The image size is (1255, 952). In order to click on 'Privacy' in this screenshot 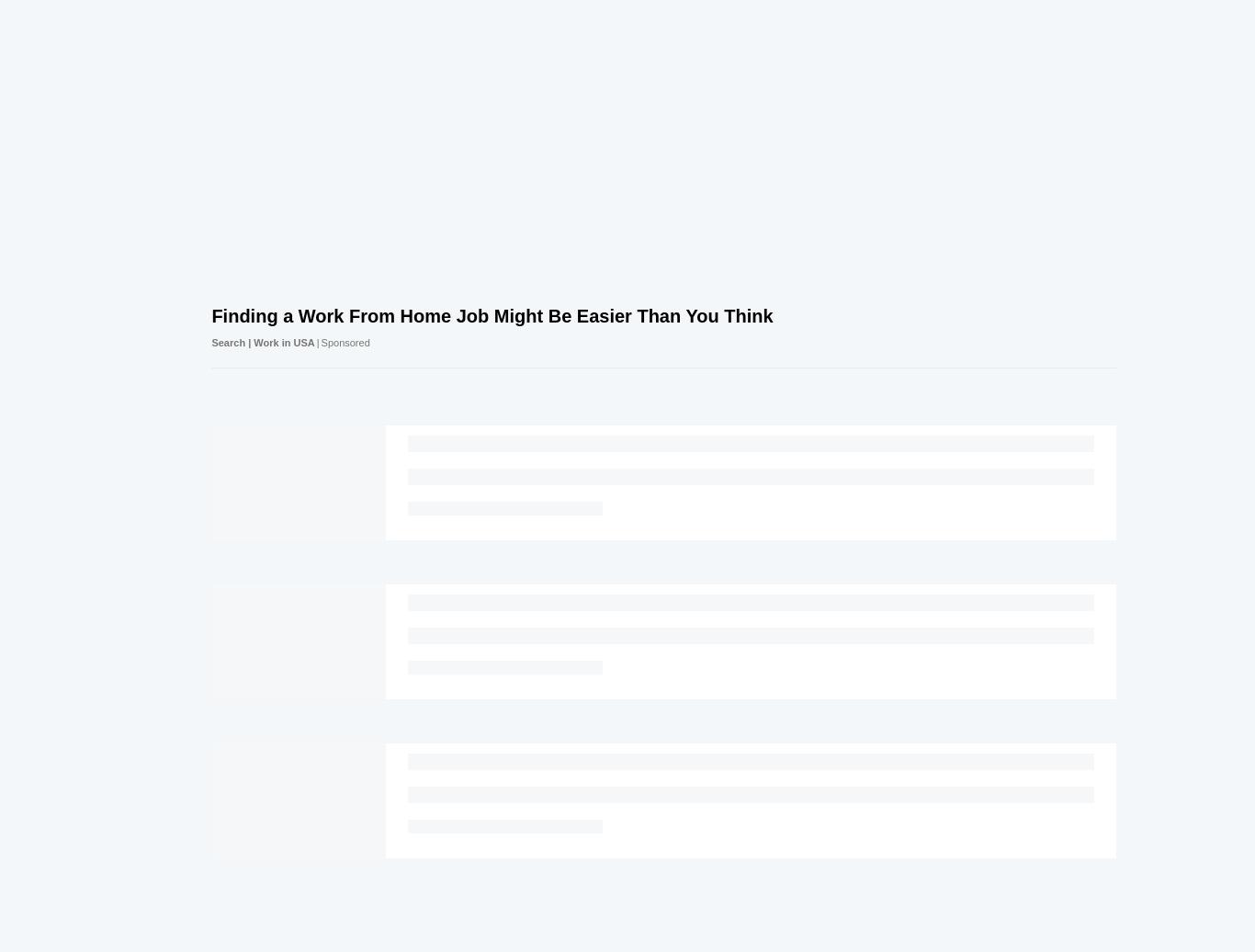, I will do `click(674, 928)`.